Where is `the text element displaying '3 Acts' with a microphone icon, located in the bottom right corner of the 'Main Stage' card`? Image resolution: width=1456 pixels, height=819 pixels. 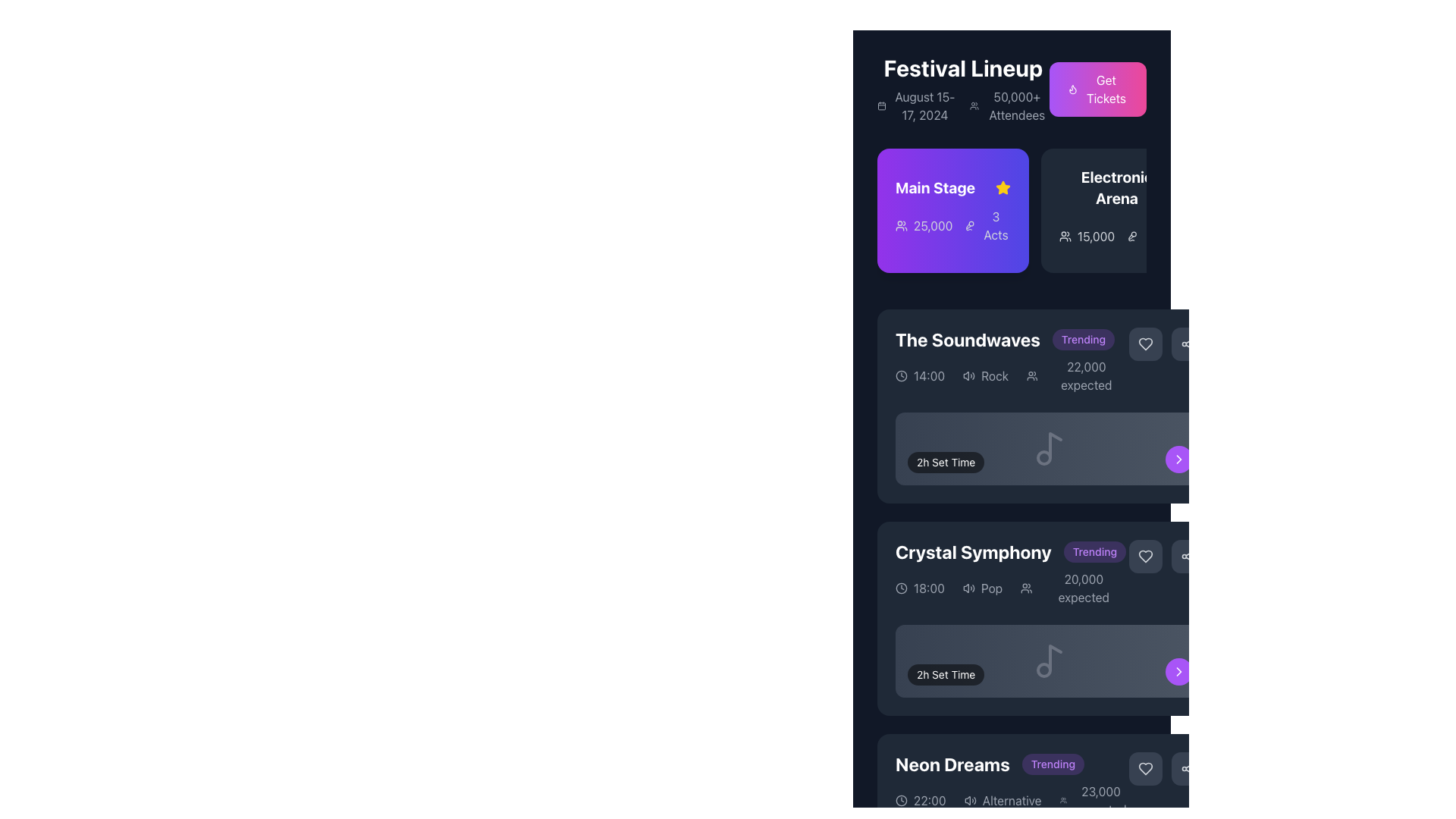
the text element displaying '3 Acts' with a microphone icon, located in the bottom right corner of the 'Main Stage' card is located at coordinates (987, 225).